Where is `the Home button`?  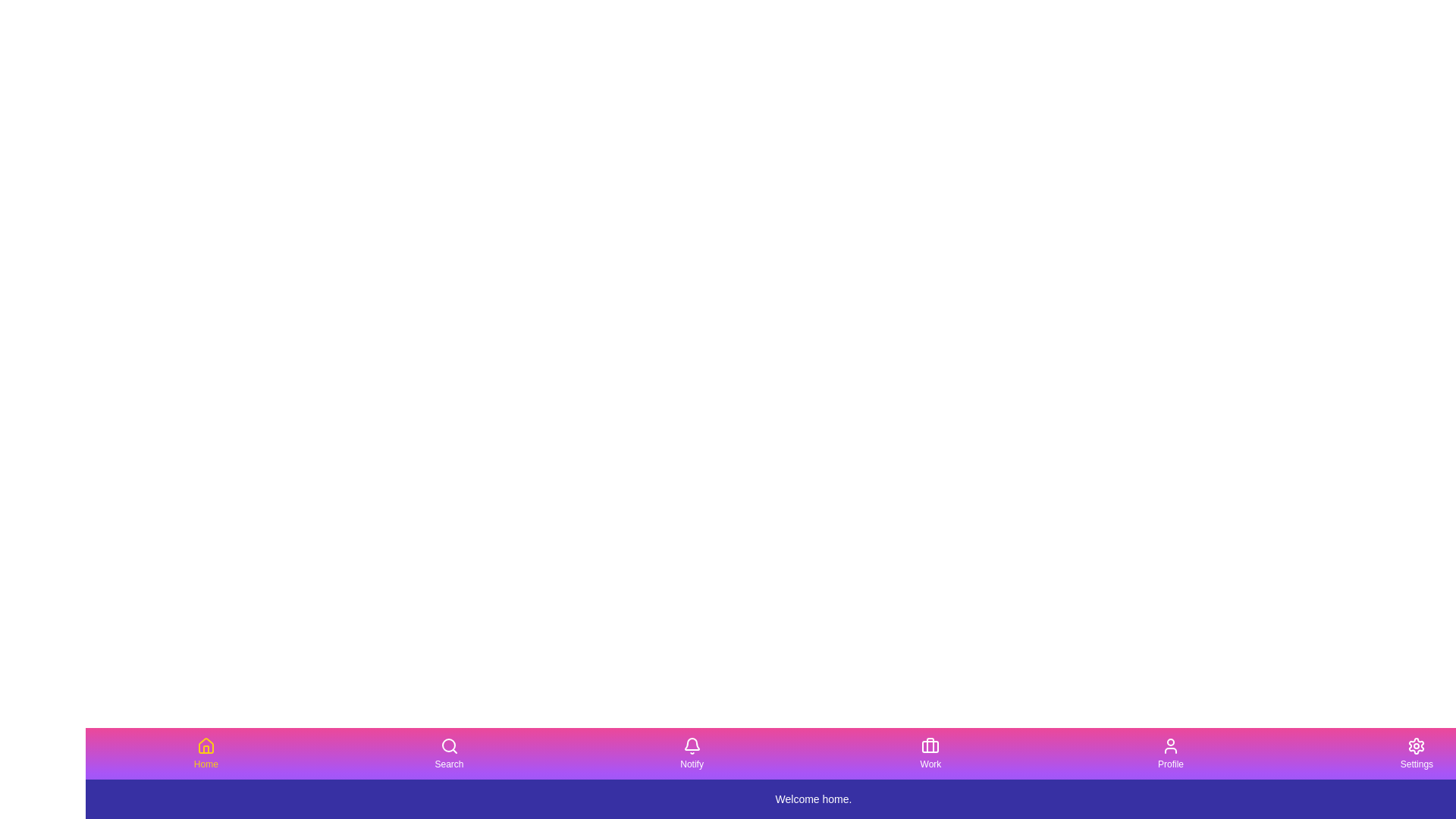
the Home button is located at coordinates (205, 754).